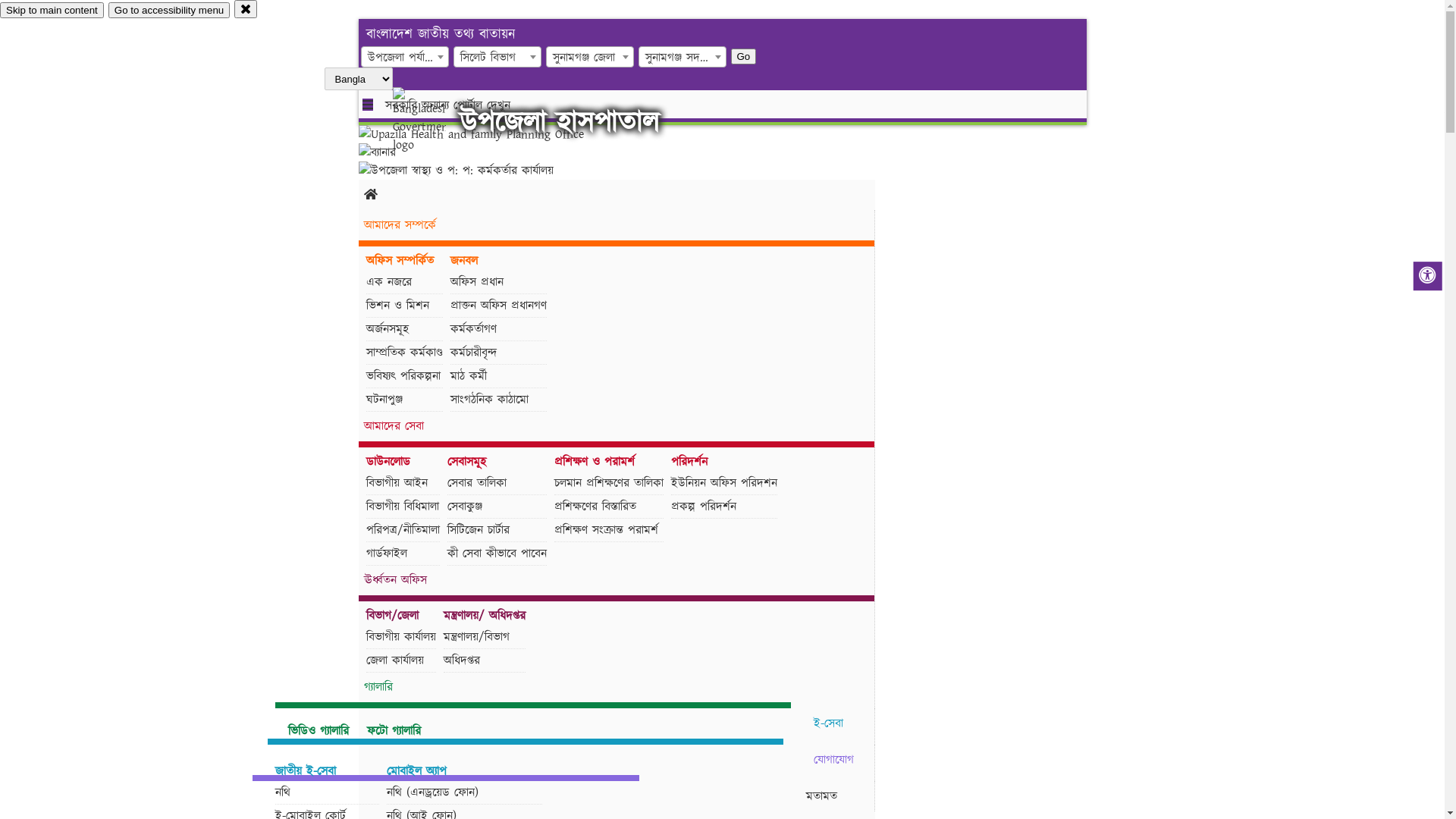 The height and width of the screenshot is (819, 1456). Describe the element at coordinates (246, 8) in the screenshot. I see `'close'` at that location.